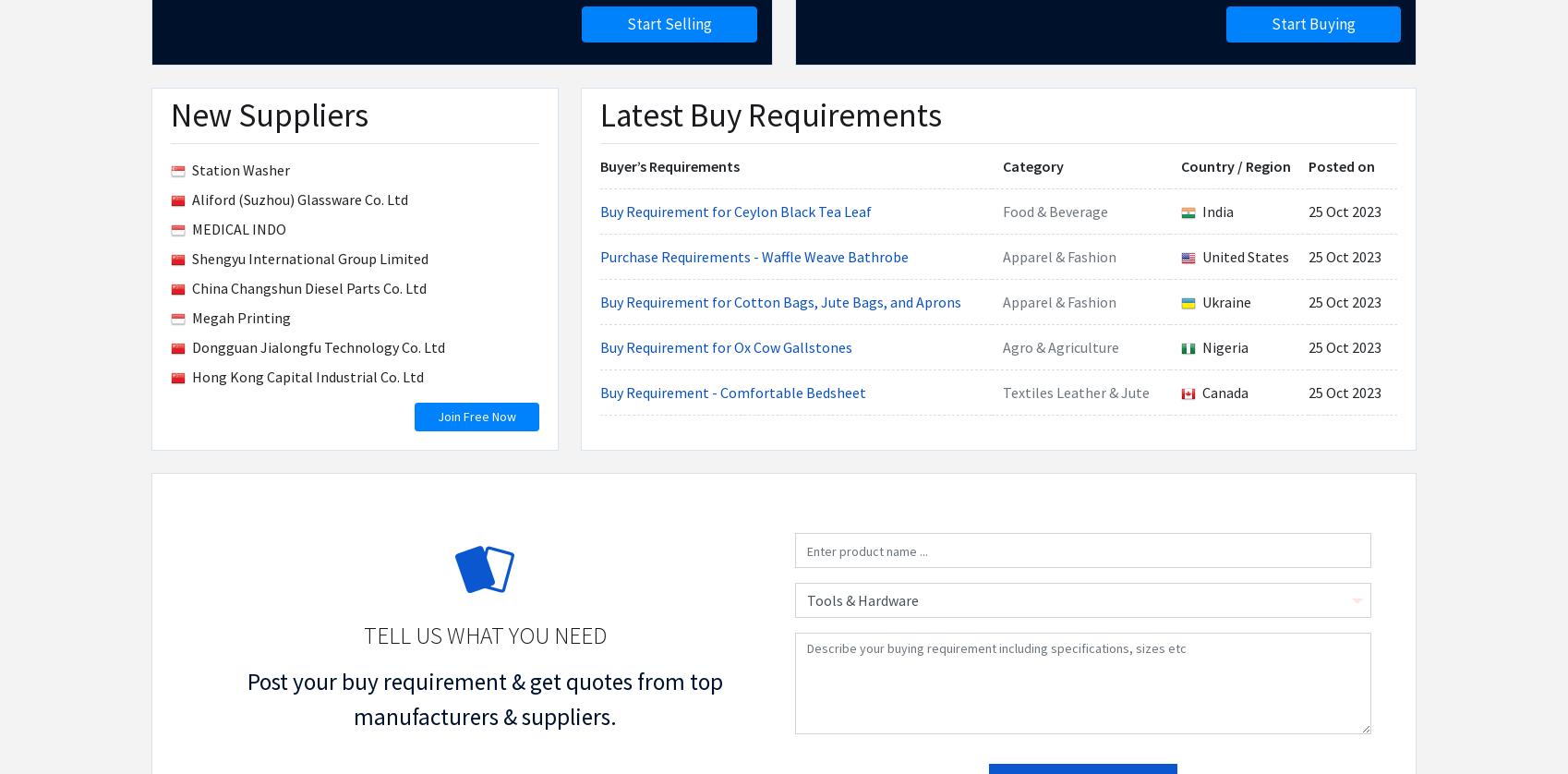 This screenshot has width=1568, height=774. What do you see at coordinates (781, 286) in the screenshot?
I see `'United States'` at bounding box center [781, 286].